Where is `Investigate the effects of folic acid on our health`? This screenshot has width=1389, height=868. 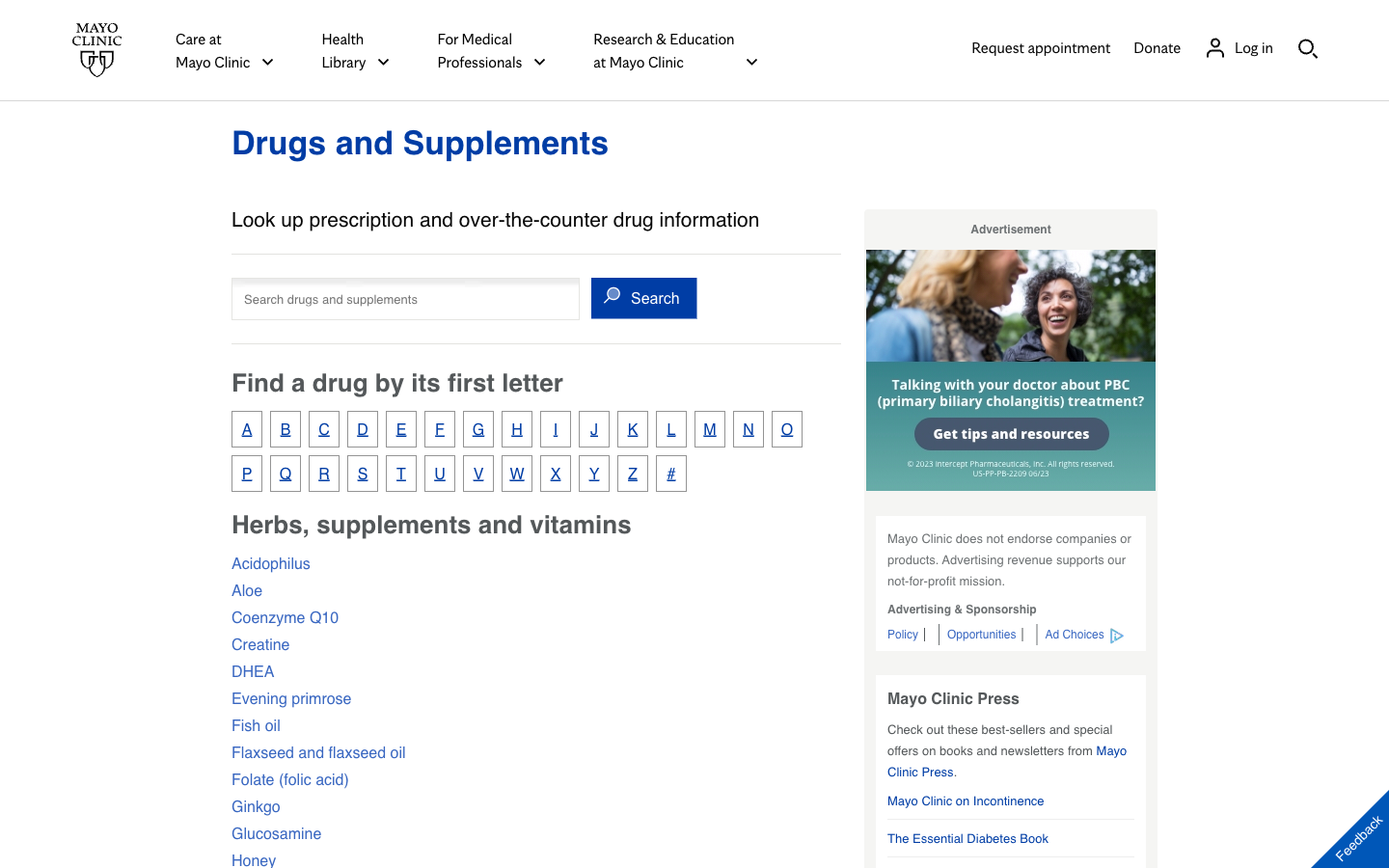 Investigate the effects of folic acid on our health is located at coordinates (288, 778).